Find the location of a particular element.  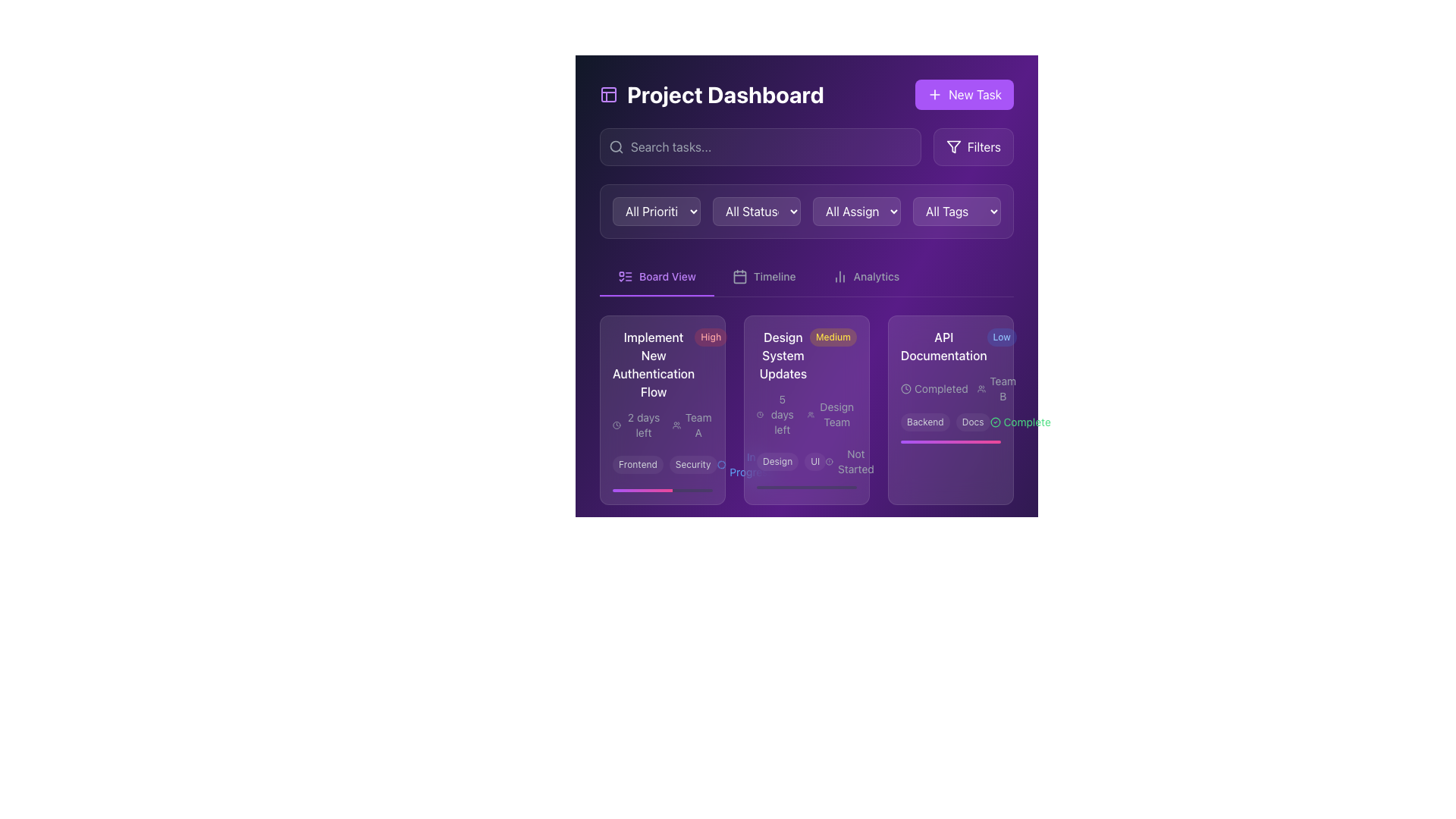

the deadline information label with an icon and text located in the bottom-left section of the 'Implement New Authentication Flow' task card, preceding the 'Team A' label is located at coordinates (638, 425).